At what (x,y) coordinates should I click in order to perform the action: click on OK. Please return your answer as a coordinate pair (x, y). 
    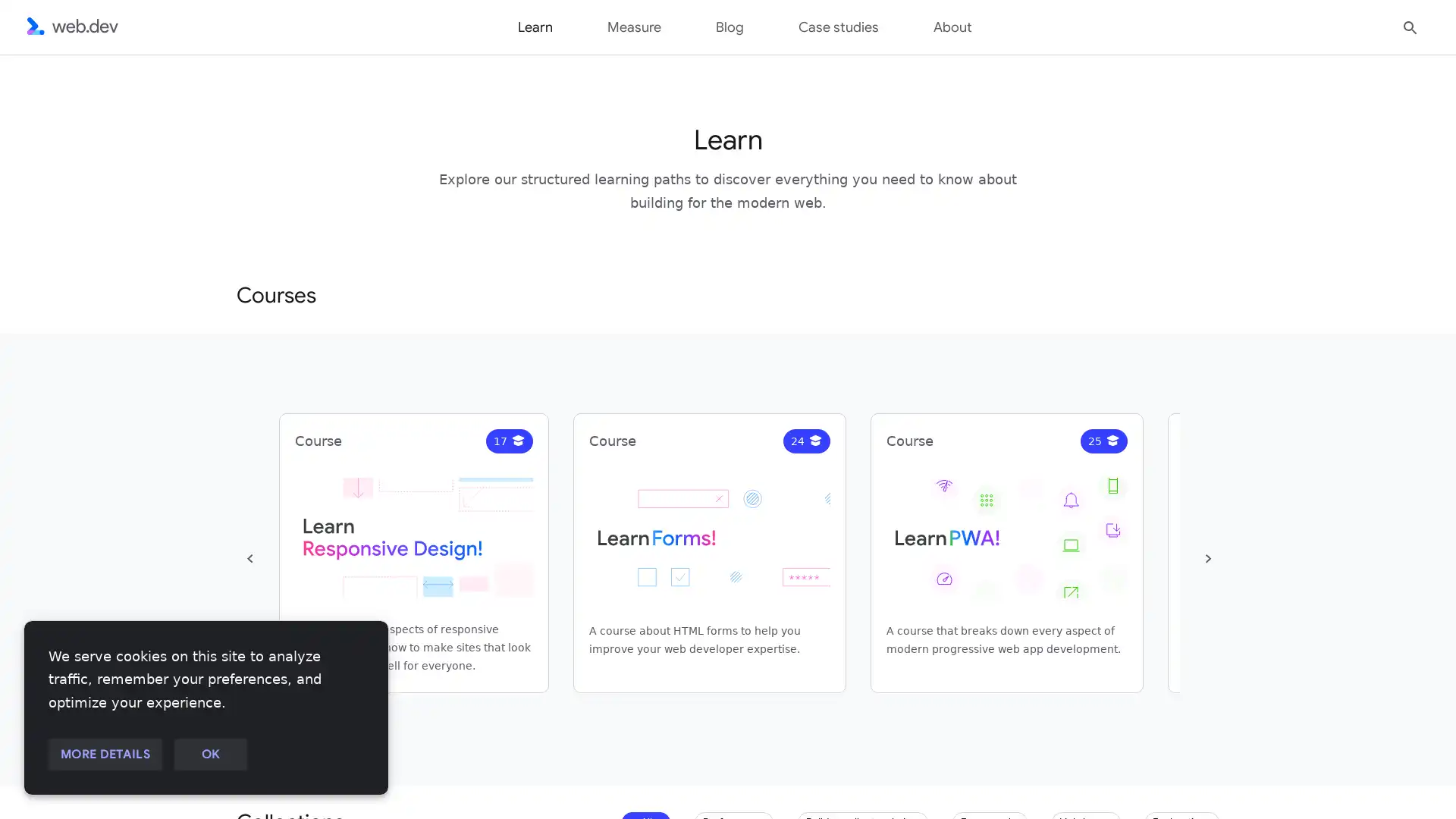
    Looking at the image, I should click on (209, 755).